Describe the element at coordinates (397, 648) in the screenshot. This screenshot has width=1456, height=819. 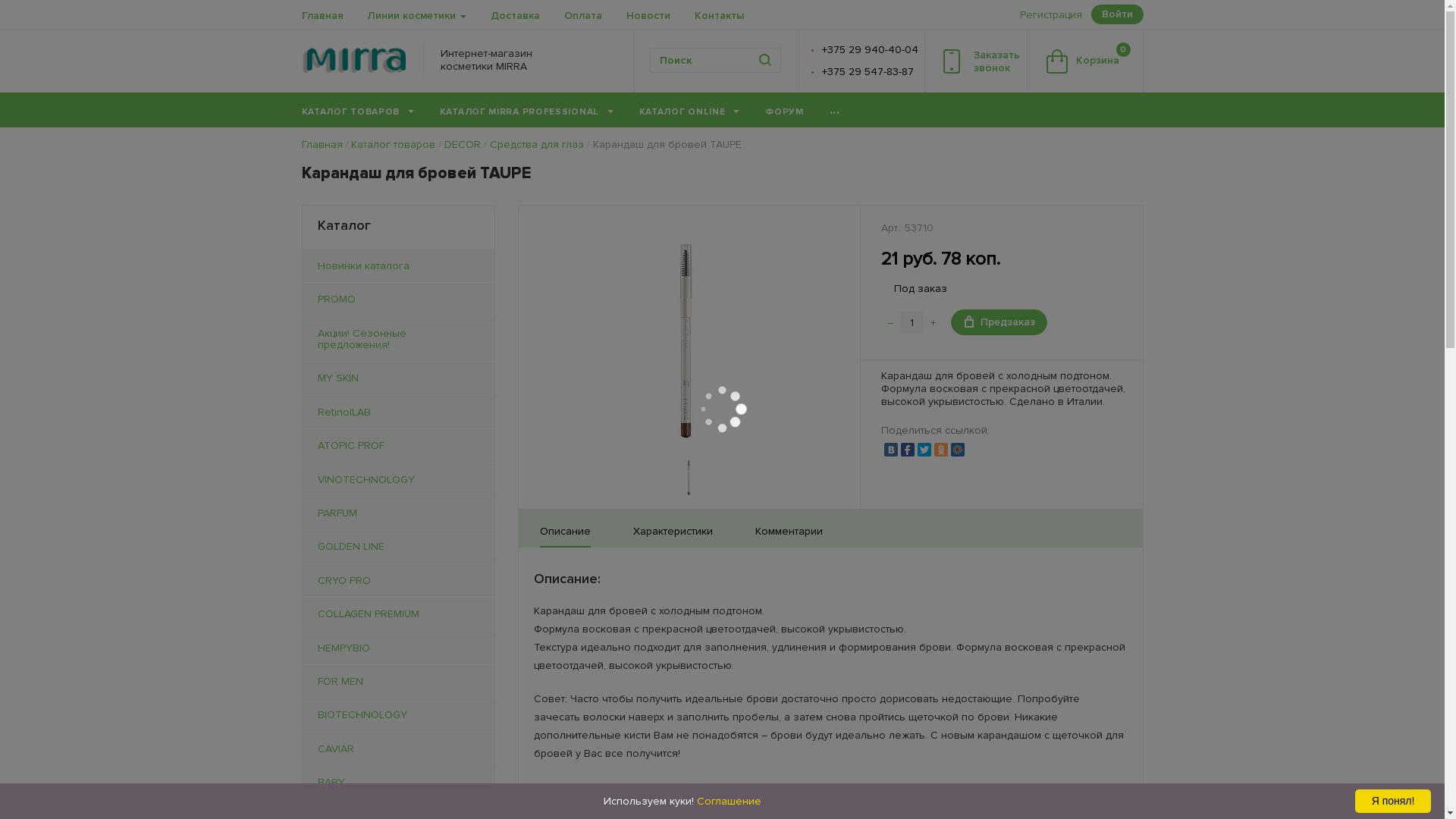
I see `'HEMPYBIO'` at that location.